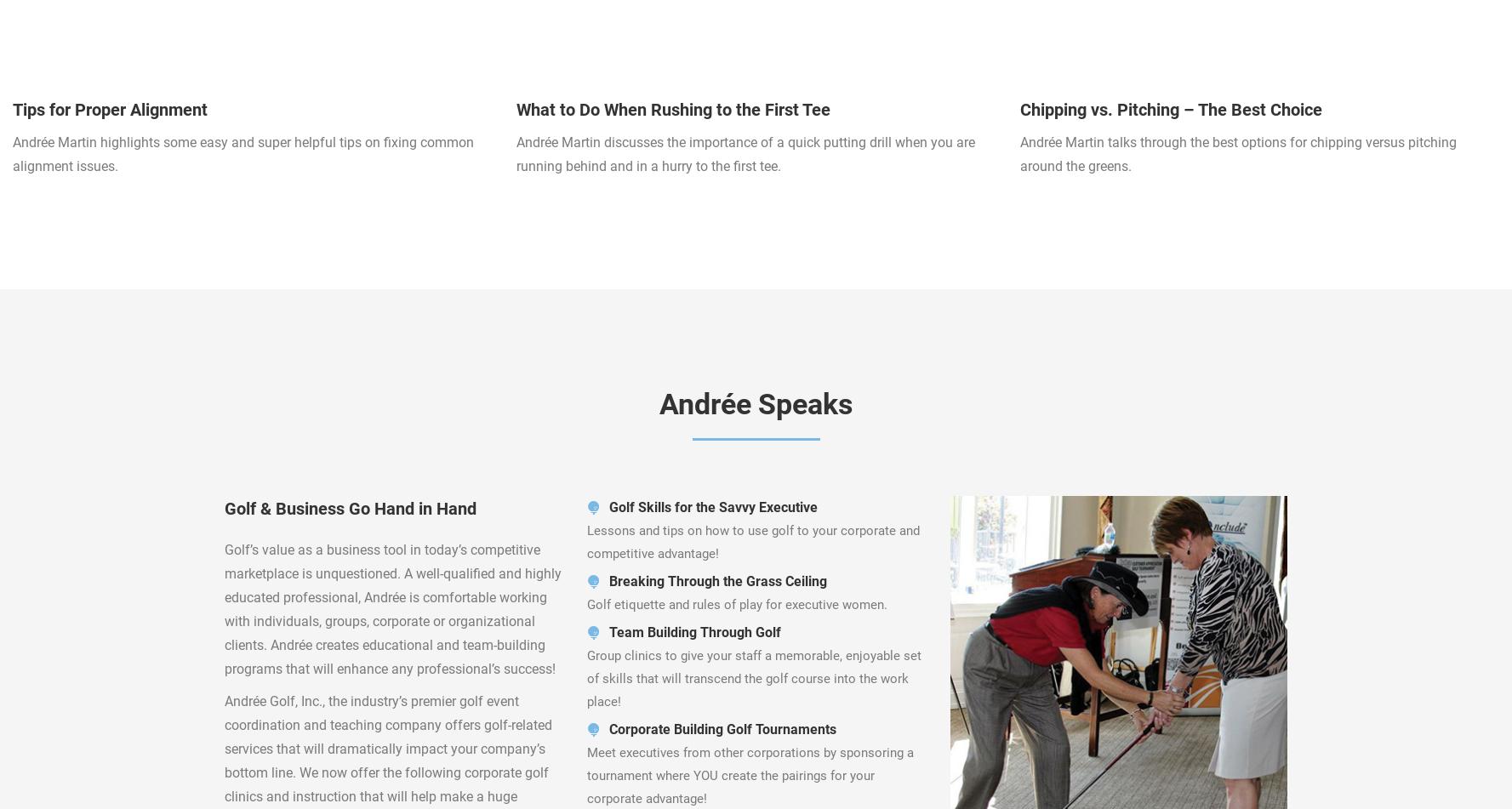 Image resolution: width=1512 pixels, height=809 pixels. Describe the element at coordinates (722, 728) in the screenshot. I see `'Corporate Building Golf Tournaments'` at that location.